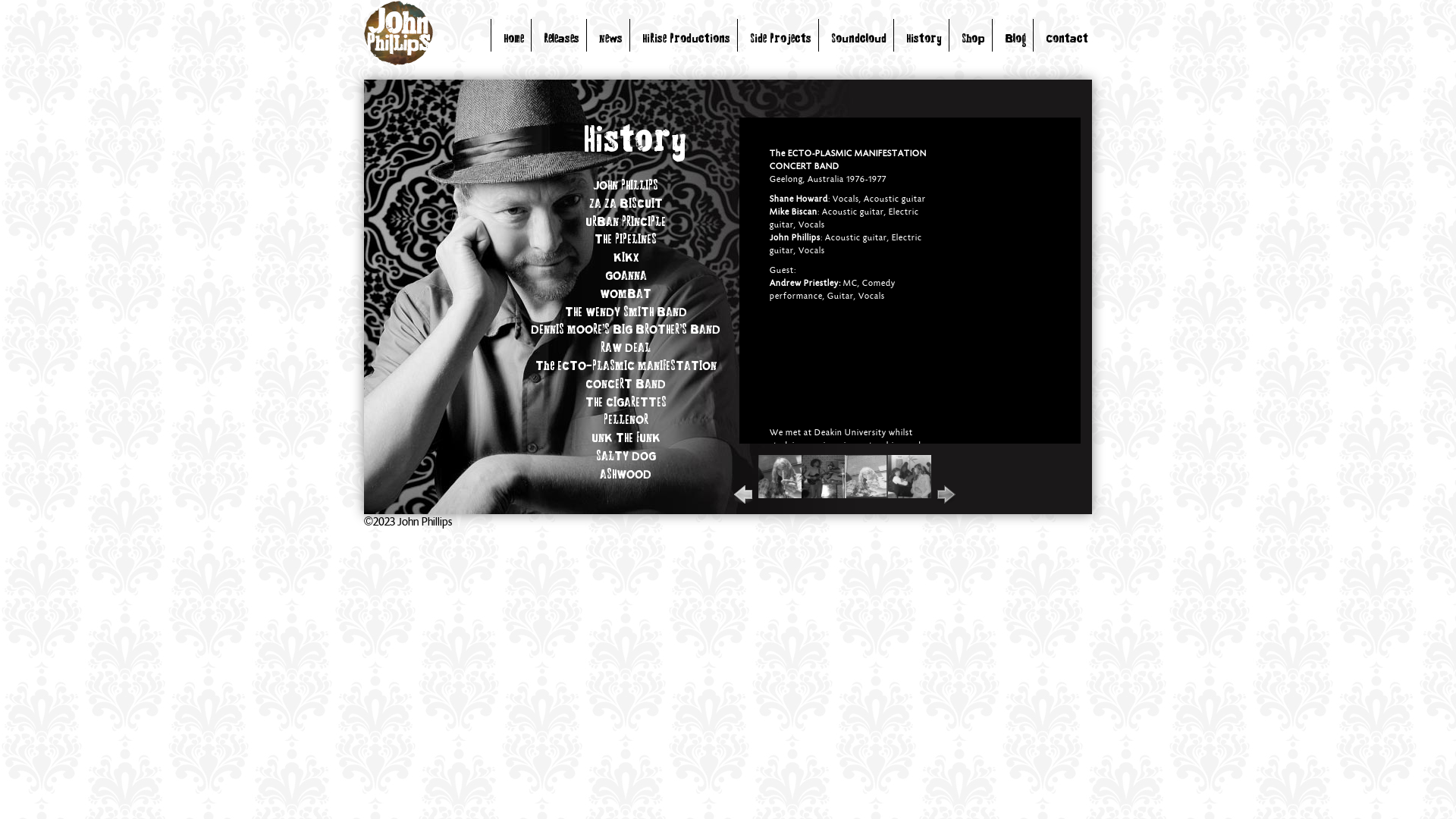  I want to click on 'SALTY DOG', so click(626, 456).